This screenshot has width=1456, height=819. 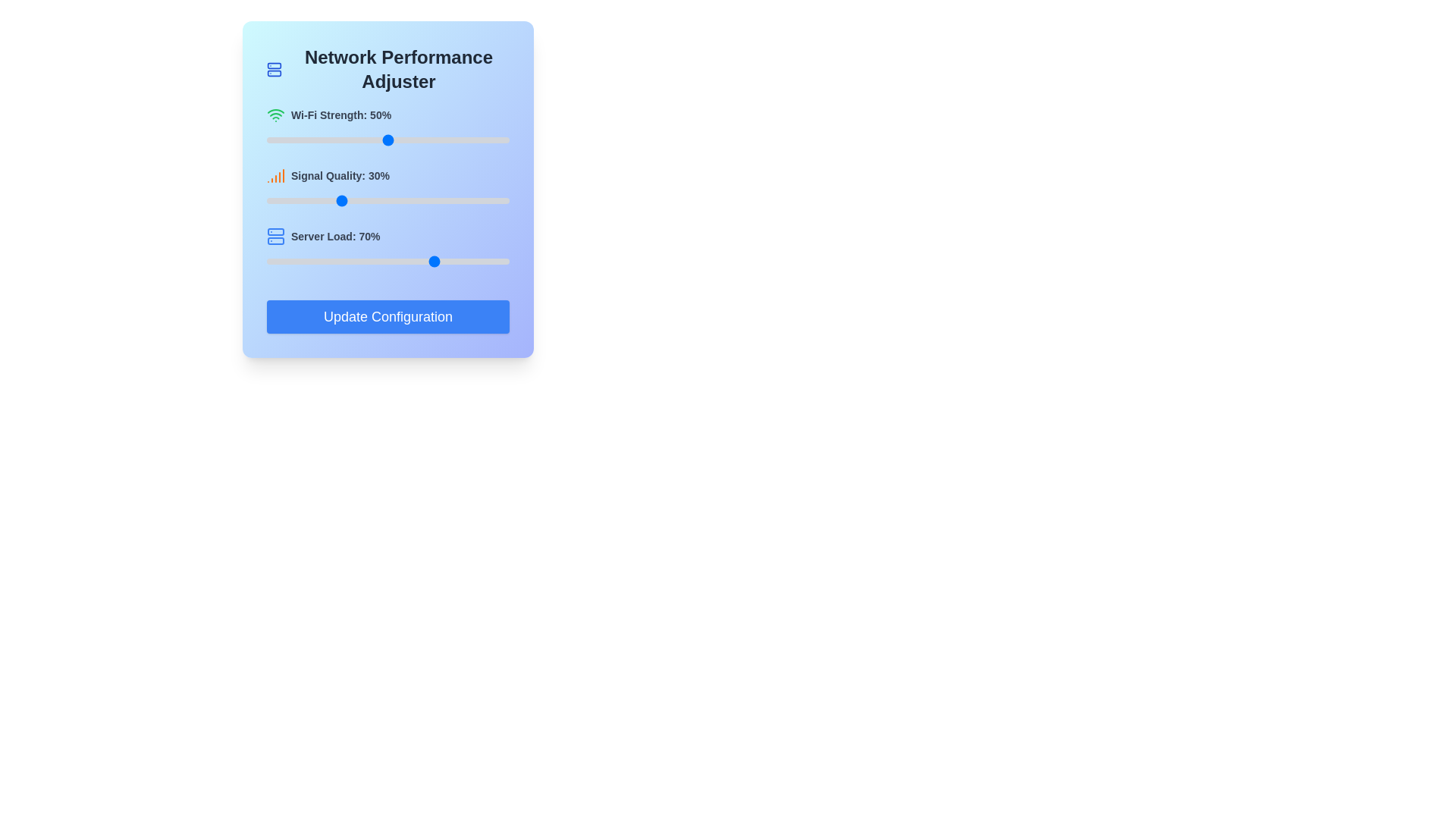 What do you see at coordinates (279, 200) in the screenshot?
I see `signal quality` at bounding box center [279, 200].